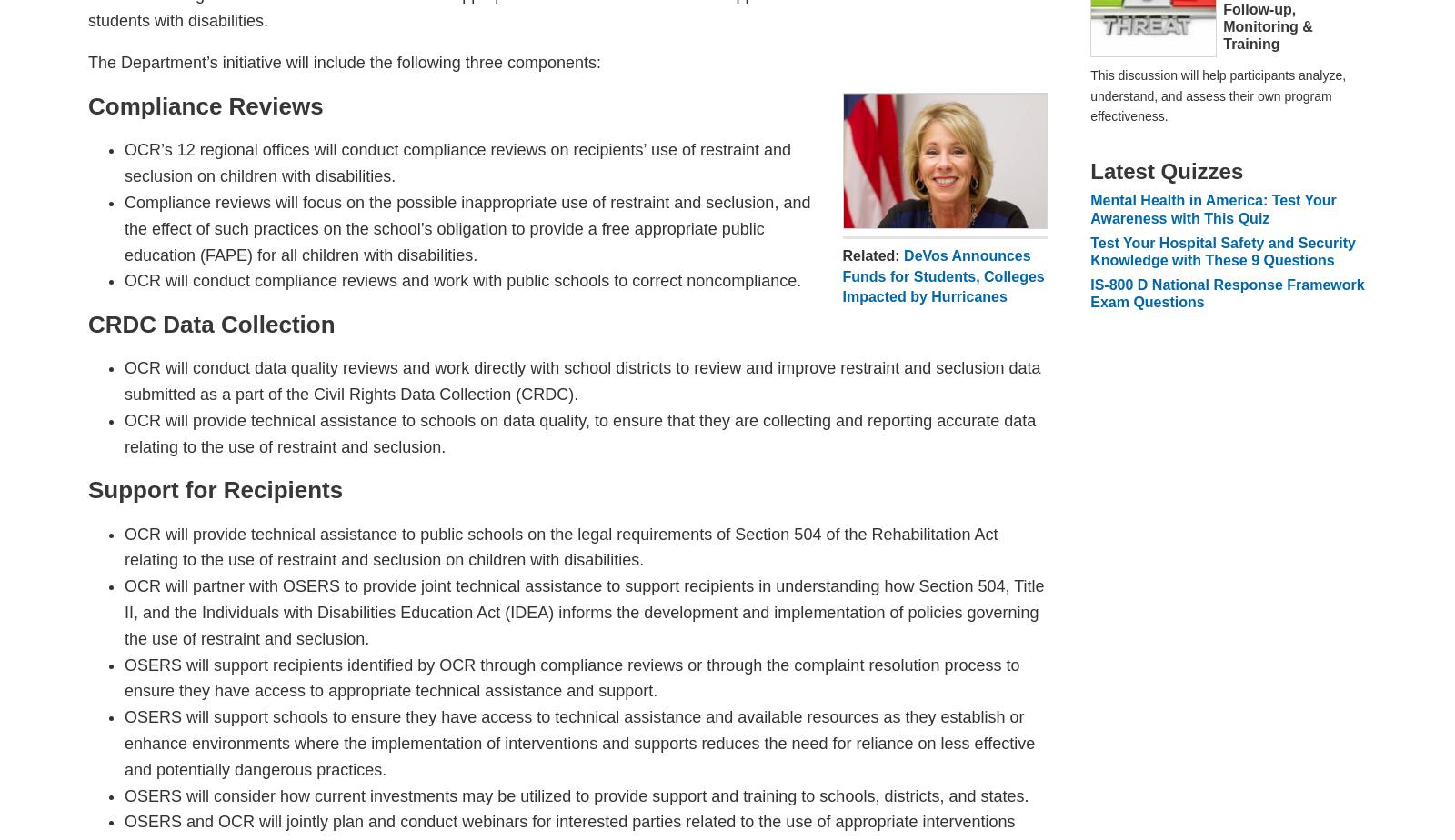 The width and height of the screenshot is (1455, 840). What do you see at coordinates (344, 63) in the screenshot?
I see `'The Department’s initiative will include the following three components:'` at bounding box center [344, 63].